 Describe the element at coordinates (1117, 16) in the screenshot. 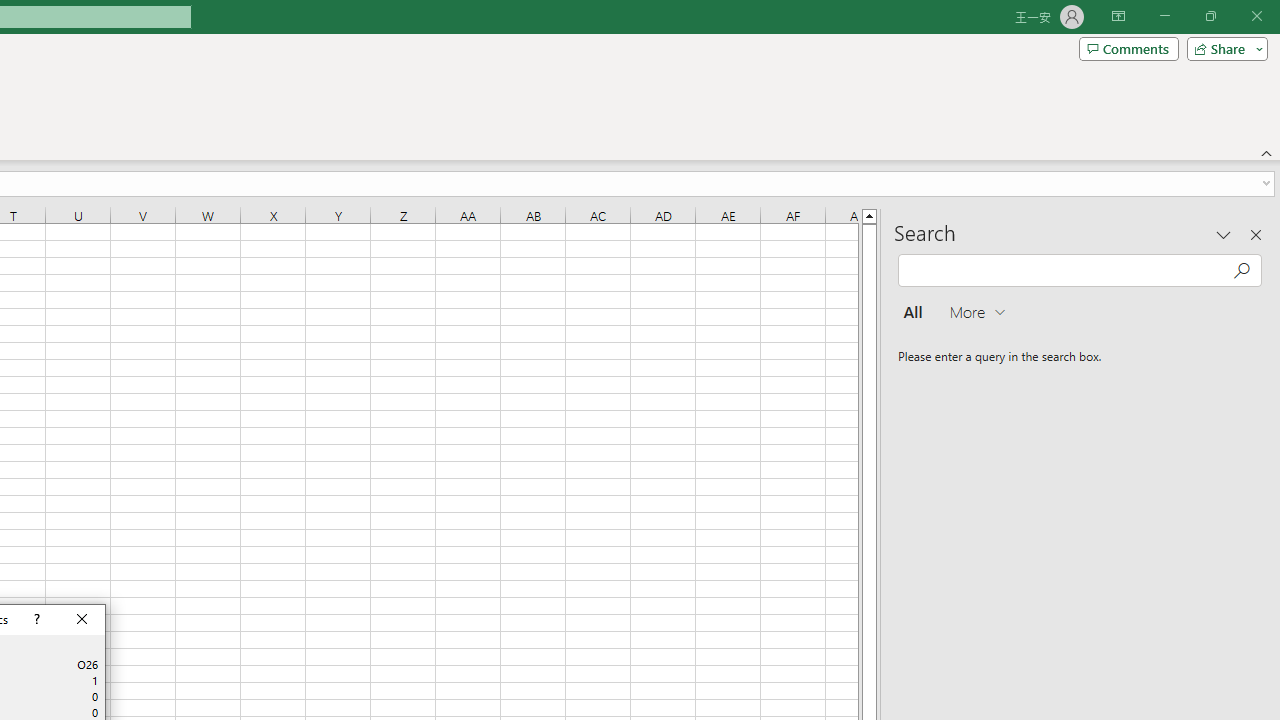

I see `'Ribbon Display Options'` at that location.